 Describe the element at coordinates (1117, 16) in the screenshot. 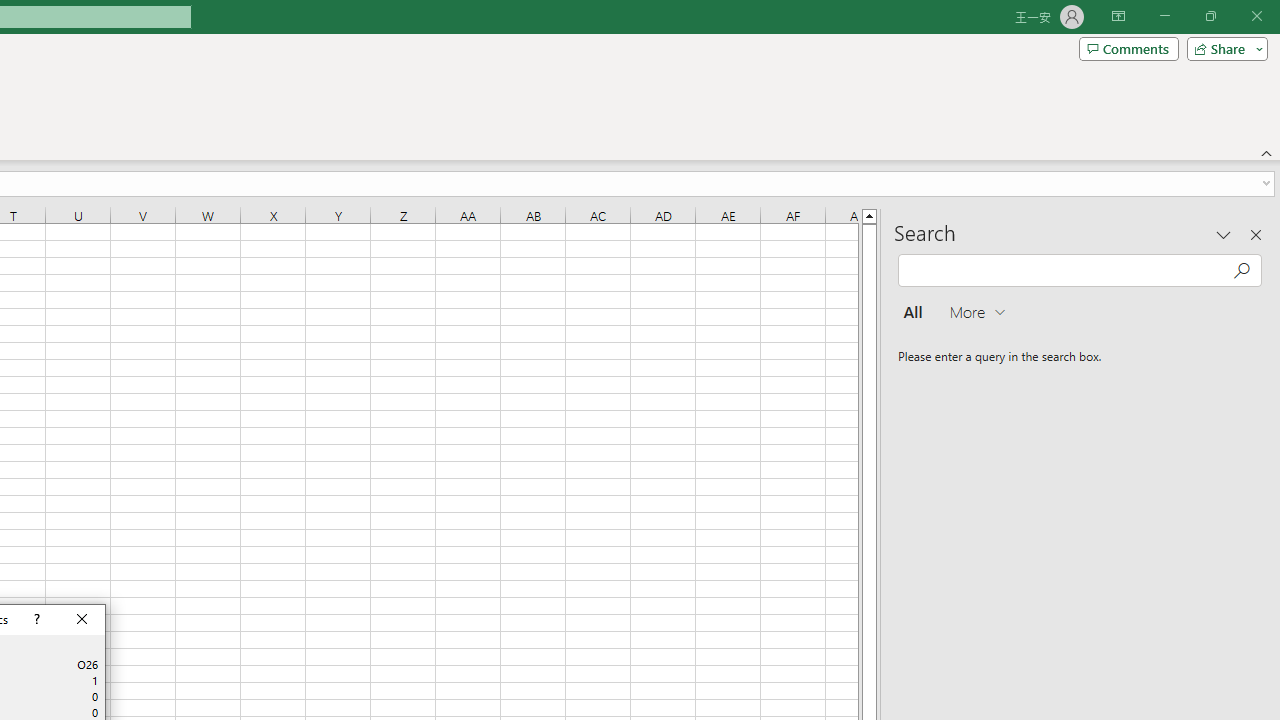

I see `'Ribbon Display Options'` at that location.